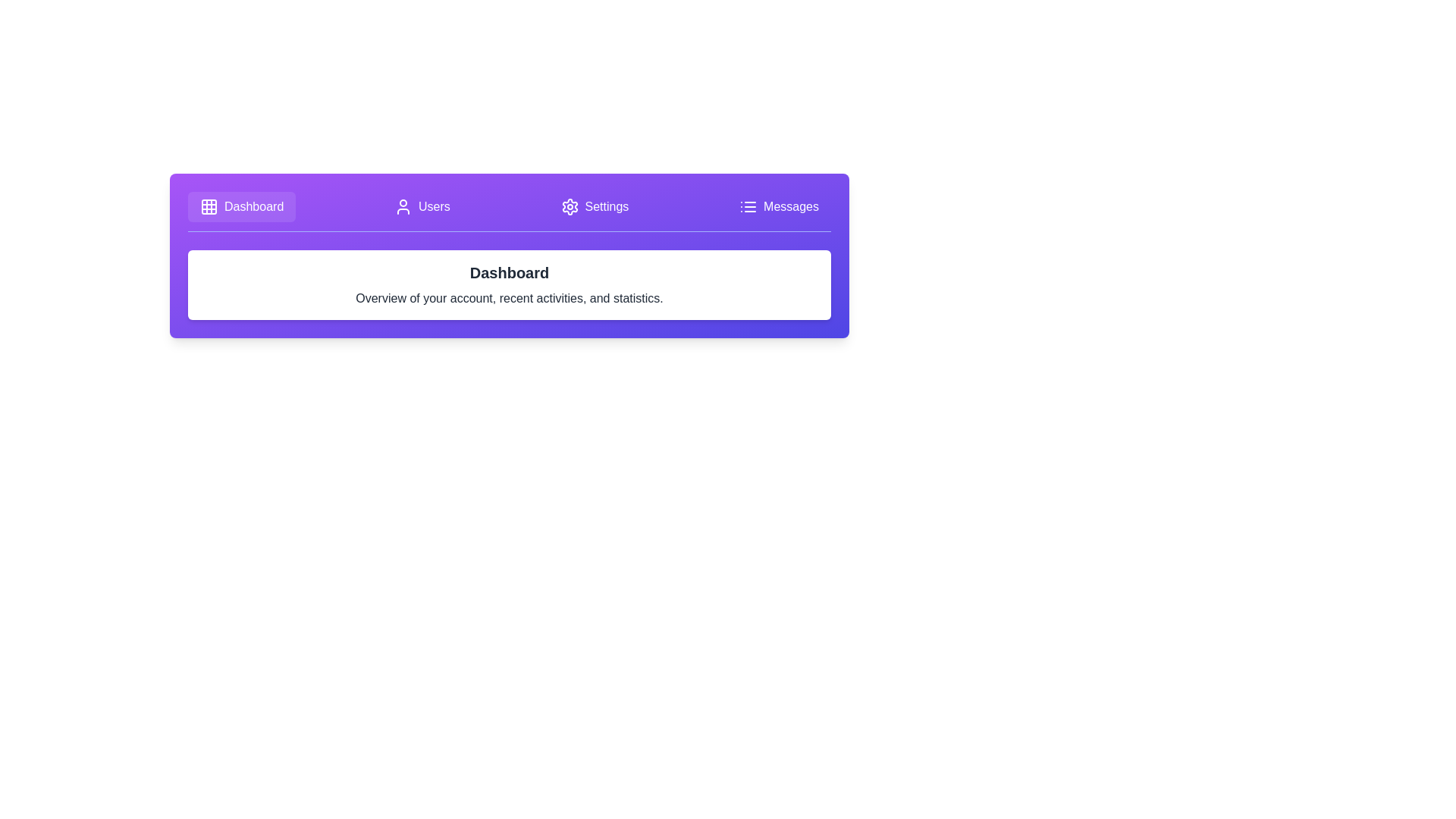 This screenshot has height=819, width=1456. What do you see at coordinates (403, 207) in the screenshot?
I see `the user icon, which is a minimalist white outlined circle representing a head, located at the left edge of the 'Users' button in the top navigation bar` at bounding box center [403, 207].